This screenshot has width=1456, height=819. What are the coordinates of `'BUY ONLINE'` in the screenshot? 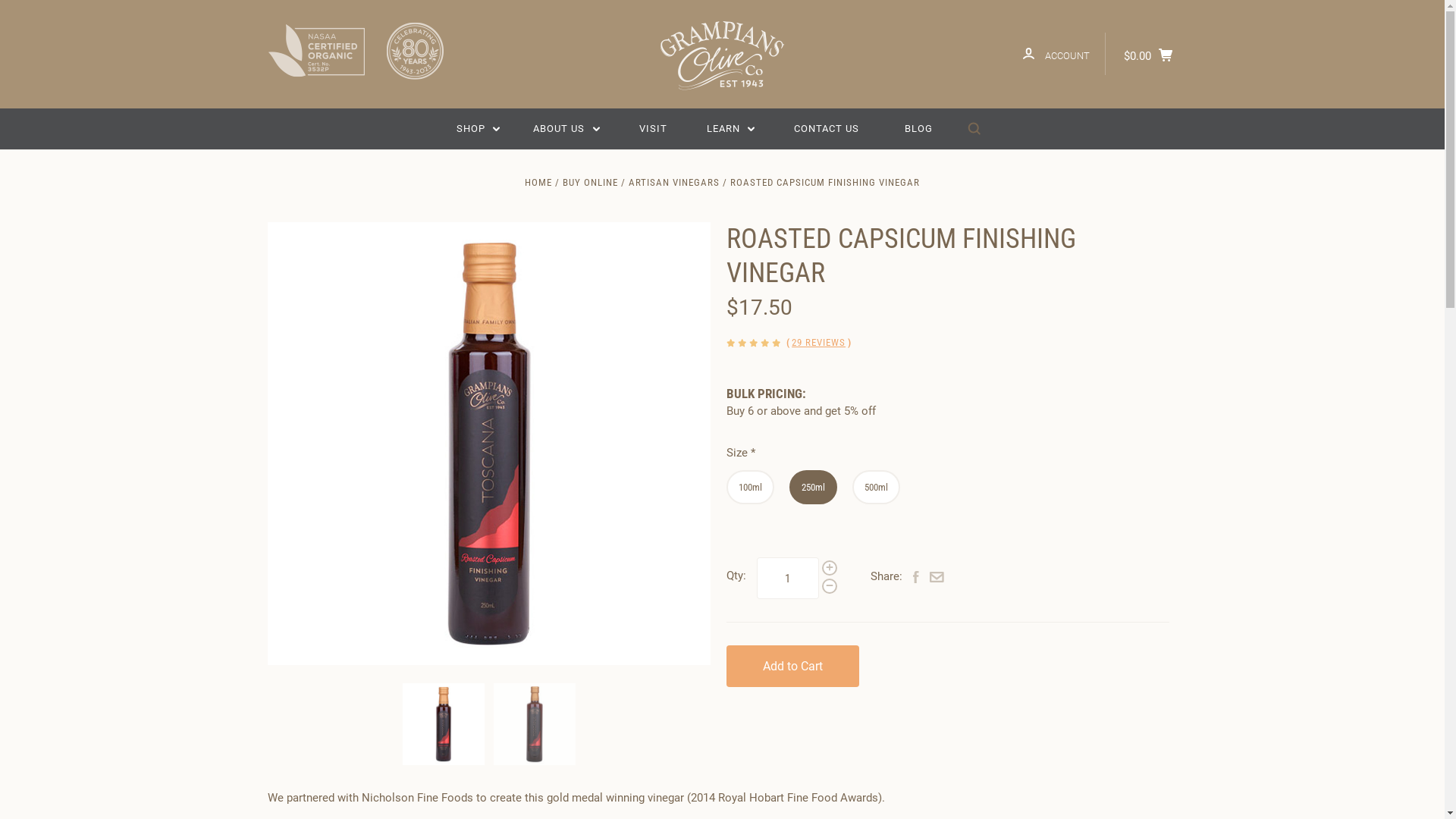 It's located at (562, 181).